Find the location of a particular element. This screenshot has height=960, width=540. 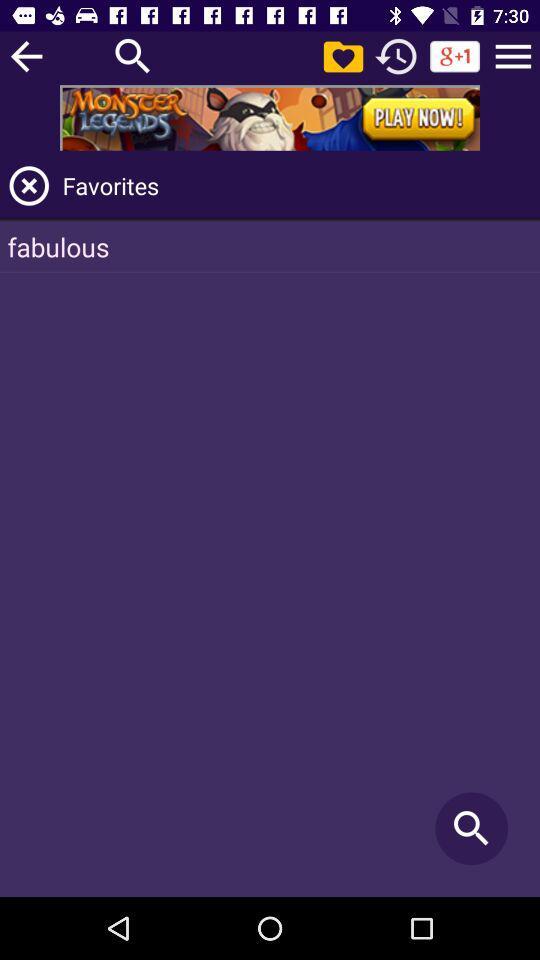

go back is located at coordinates (25, 55).